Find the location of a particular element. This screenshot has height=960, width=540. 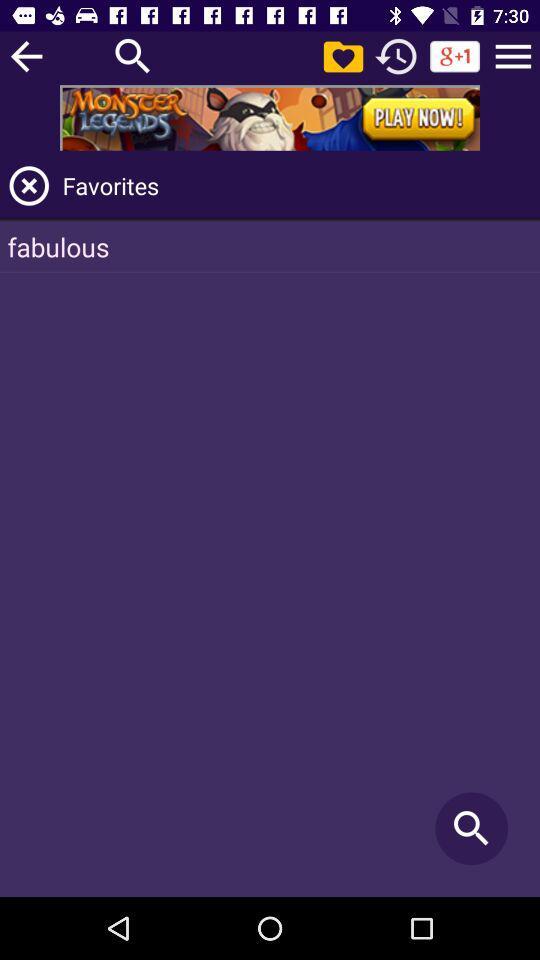

go back is located at coordinates (25, 55).